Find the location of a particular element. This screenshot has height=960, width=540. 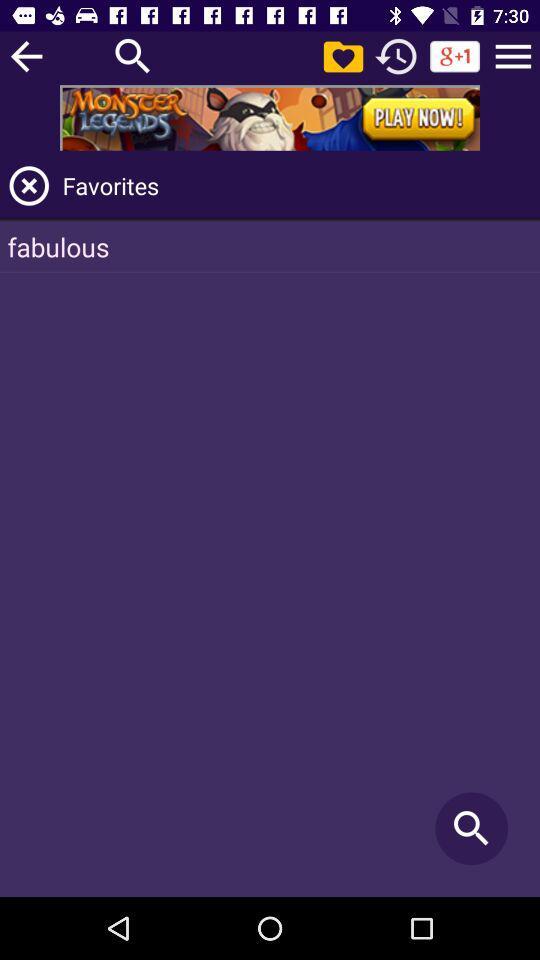

go back is located at coordinates (25, 55).